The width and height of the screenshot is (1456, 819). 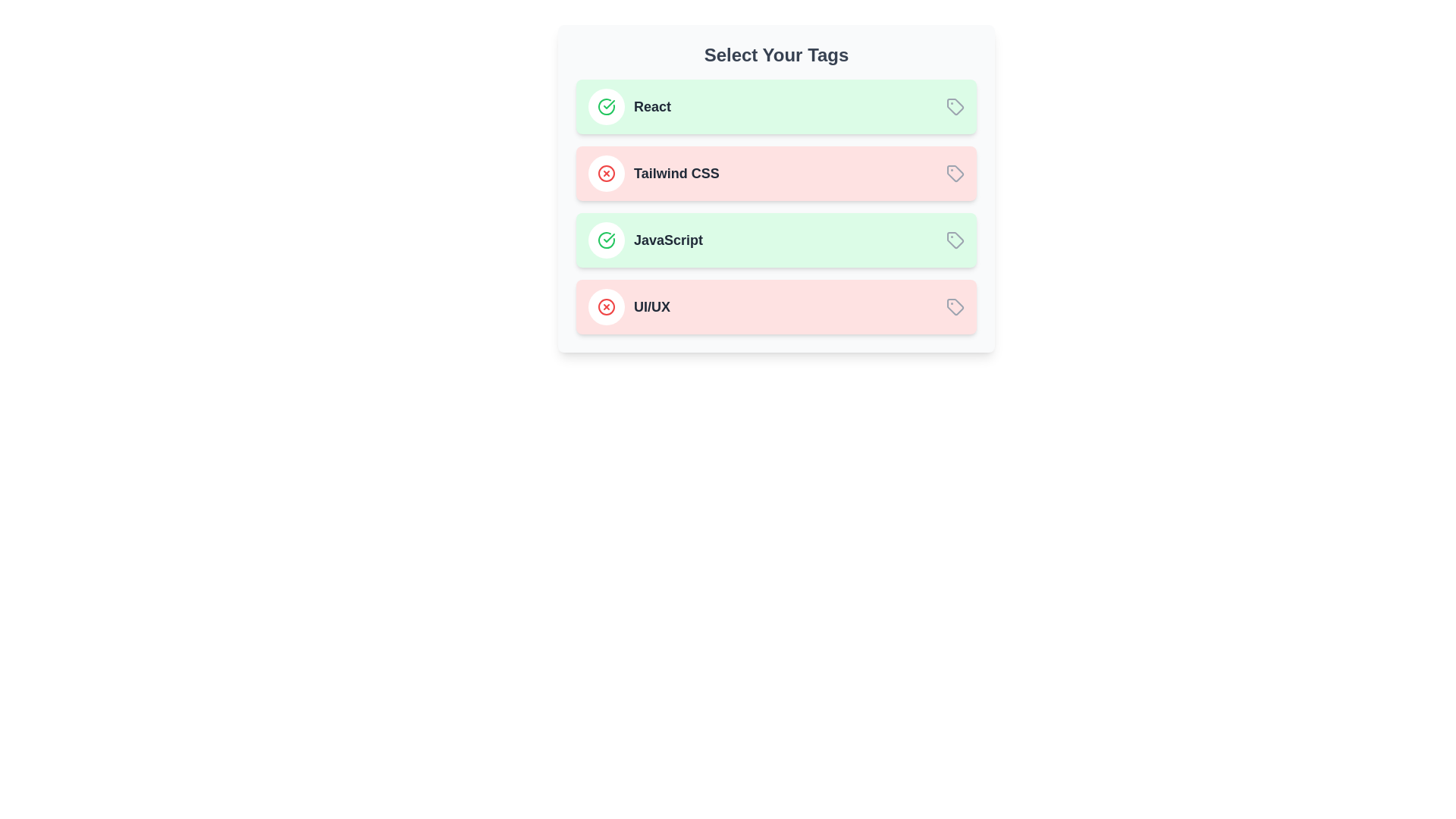 What do you see at coordinates (607, 106) in the screenshot?
I see `the selected state icon of the 'React' tag located at the top-left corner of the first entry in the 'Select Your Tags' section` at bounding box center [607, 106].